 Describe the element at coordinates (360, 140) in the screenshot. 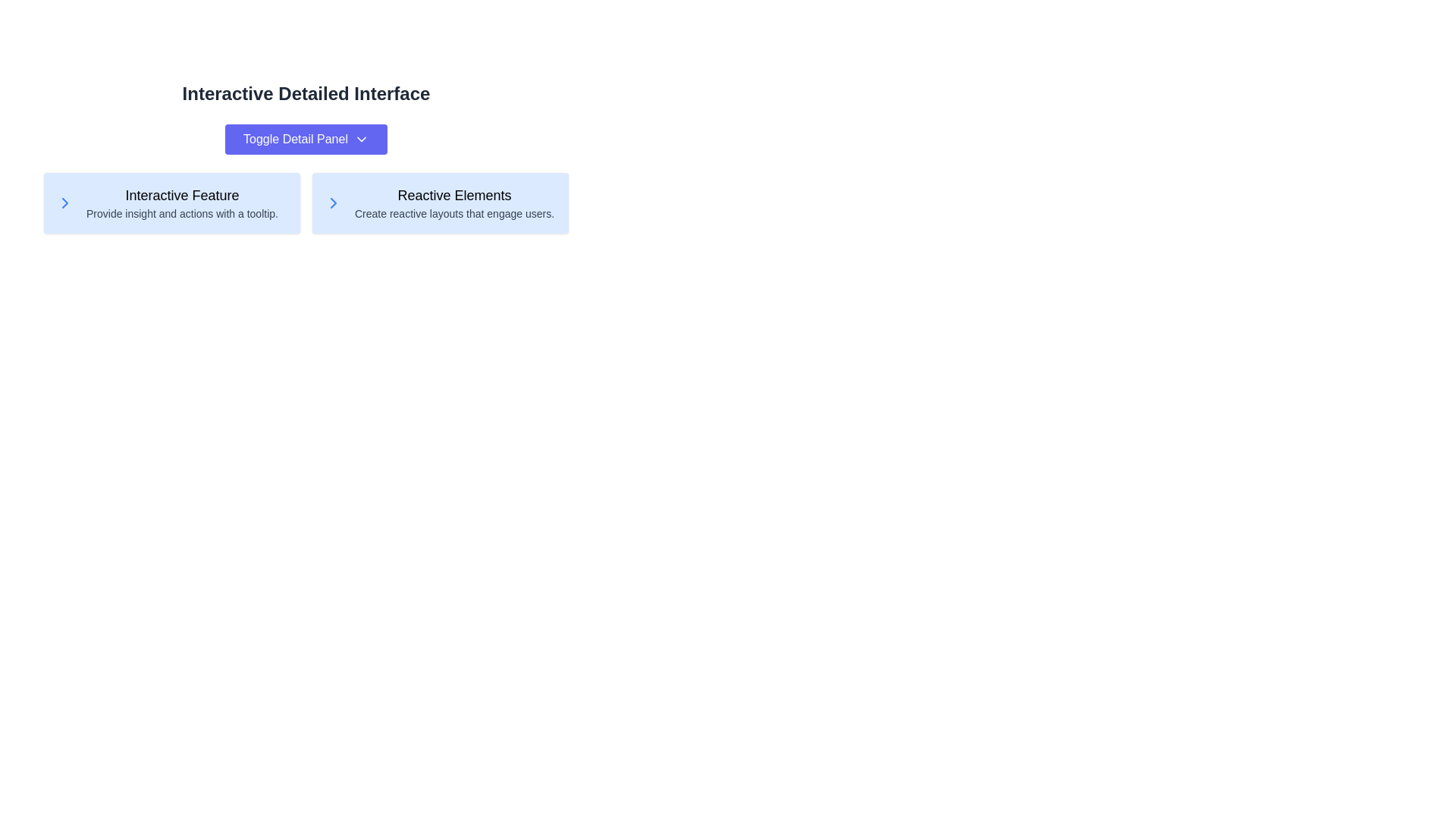

I see `the chevron icon that indicates the expandable or collapsible panel, located to the right side within the 'Toggle Detail Panel' button` at that location.